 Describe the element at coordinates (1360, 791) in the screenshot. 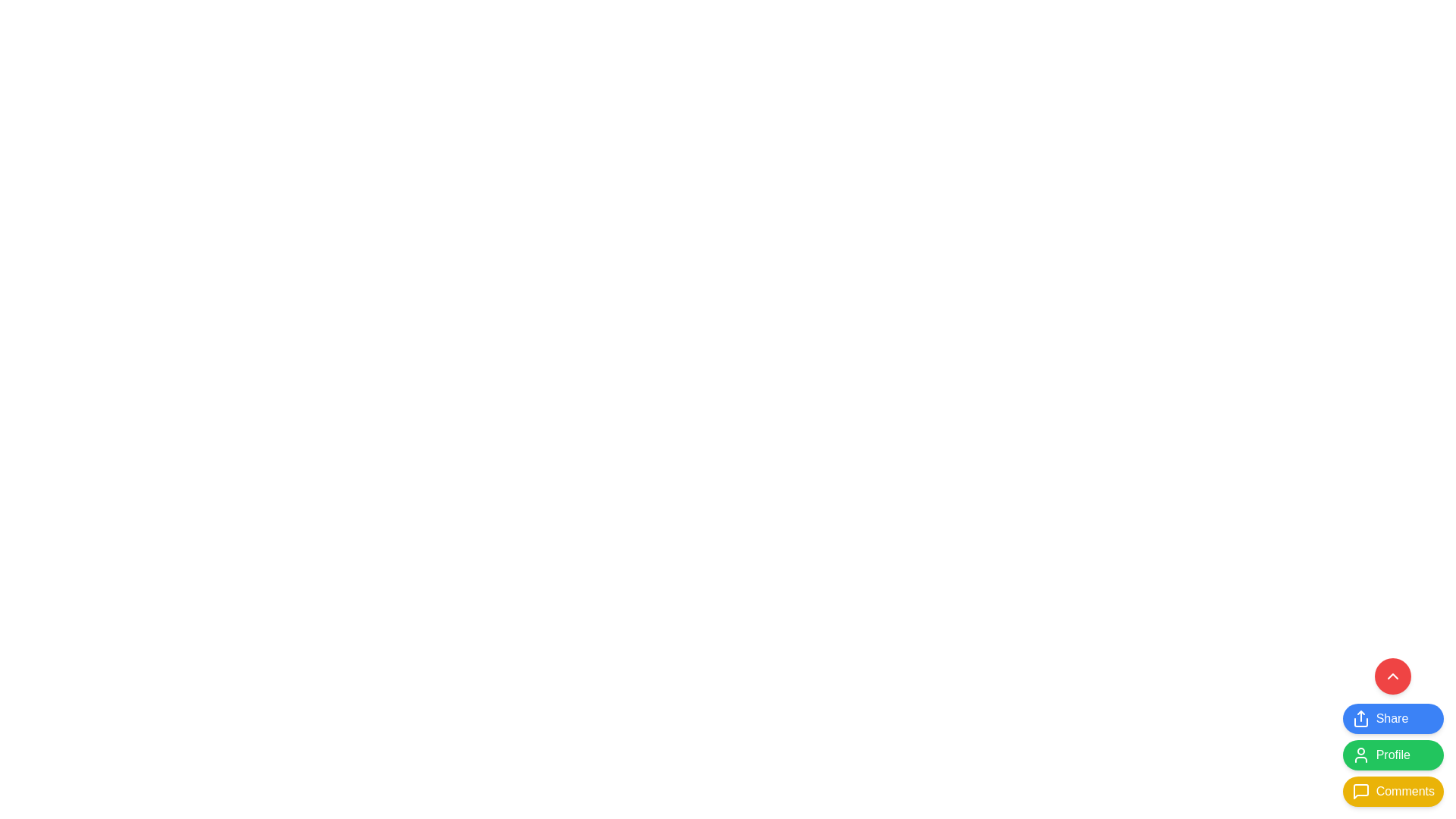

I see `the chat bubble icon located at the bottom-right corner of the interface, which opens the comments section when clicked` at that location.